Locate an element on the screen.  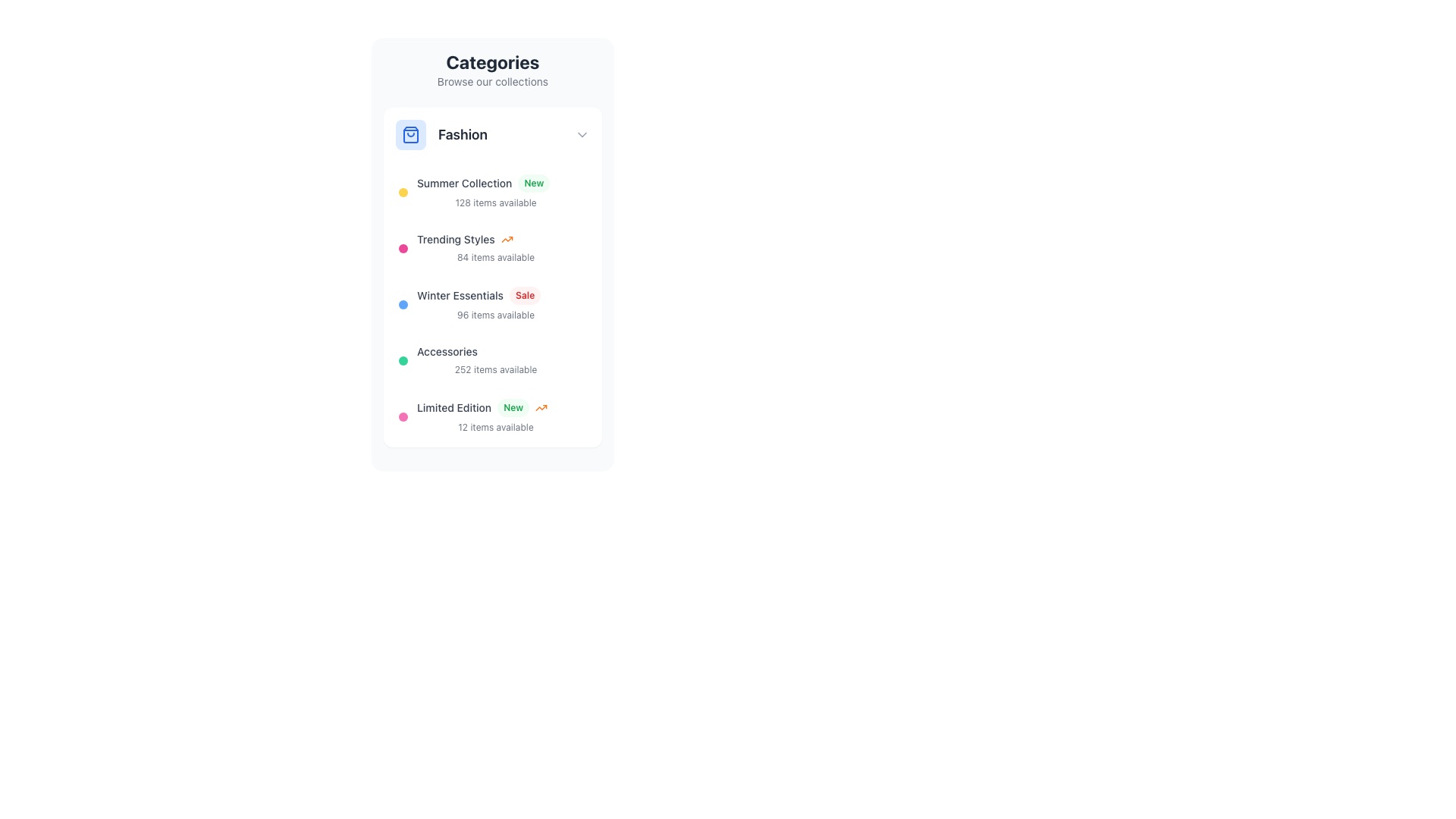
the 'Summer Collection' list item under the 'Fashion' category is located at coordinates (492, 192).